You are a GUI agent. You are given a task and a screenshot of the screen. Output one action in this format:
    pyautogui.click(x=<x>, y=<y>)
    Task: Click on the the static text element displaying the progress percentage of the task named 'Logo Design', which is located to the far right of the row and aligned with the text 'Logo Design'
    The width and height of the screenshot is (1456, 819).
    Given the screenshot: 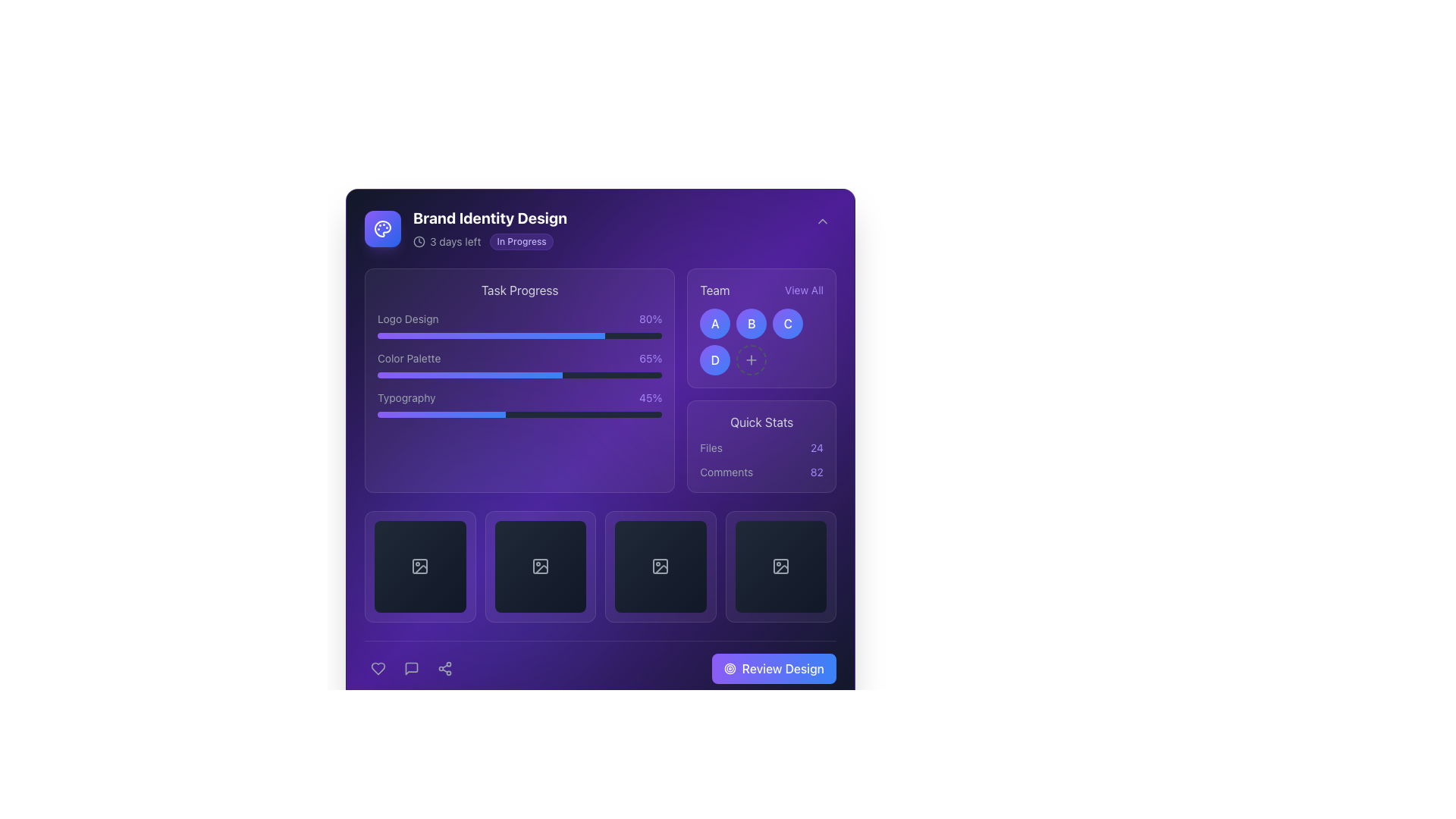 What is the action you would take?
    pyautogui.click(x=651, y=318)
    